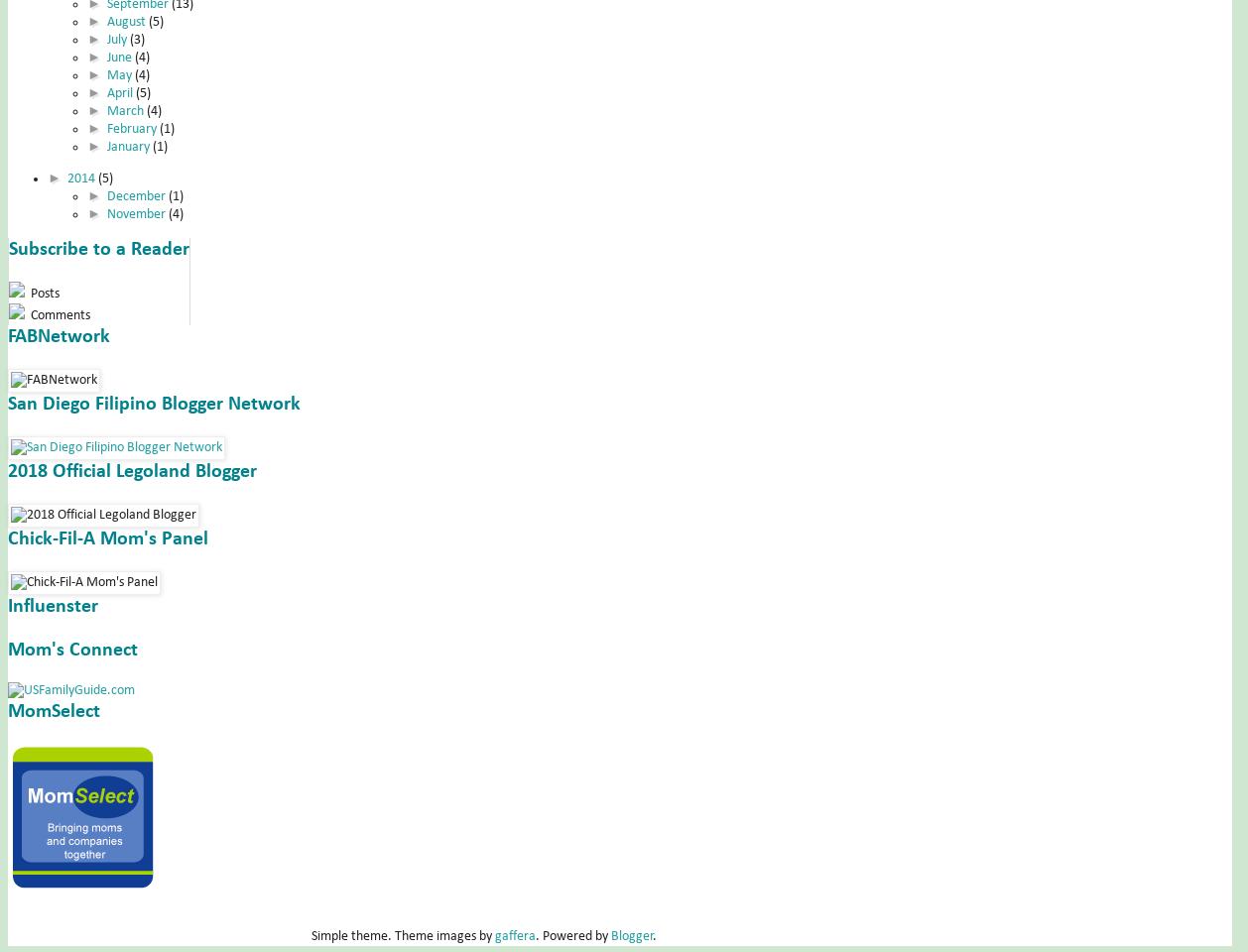 This screenshot has height=952, width=1248. I want to click on 'May', so click(120, 74).